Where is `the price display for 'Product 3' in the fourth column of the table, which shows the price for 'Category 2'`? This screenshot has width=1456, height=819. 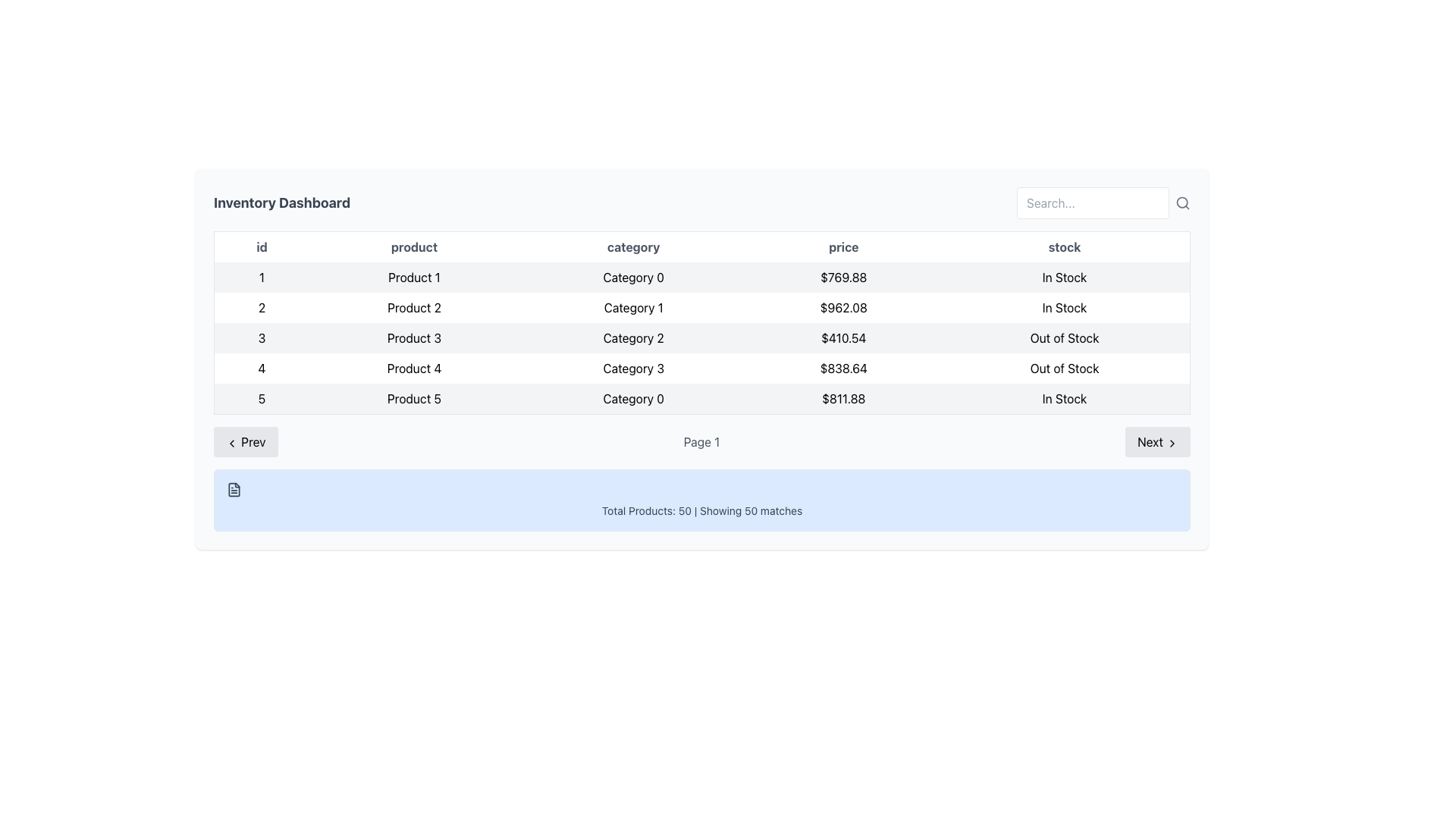 the price display for 'Product 3' in the fourth column of the table, which shows the price for 'Category 2' is located at coordinates (843, 337).